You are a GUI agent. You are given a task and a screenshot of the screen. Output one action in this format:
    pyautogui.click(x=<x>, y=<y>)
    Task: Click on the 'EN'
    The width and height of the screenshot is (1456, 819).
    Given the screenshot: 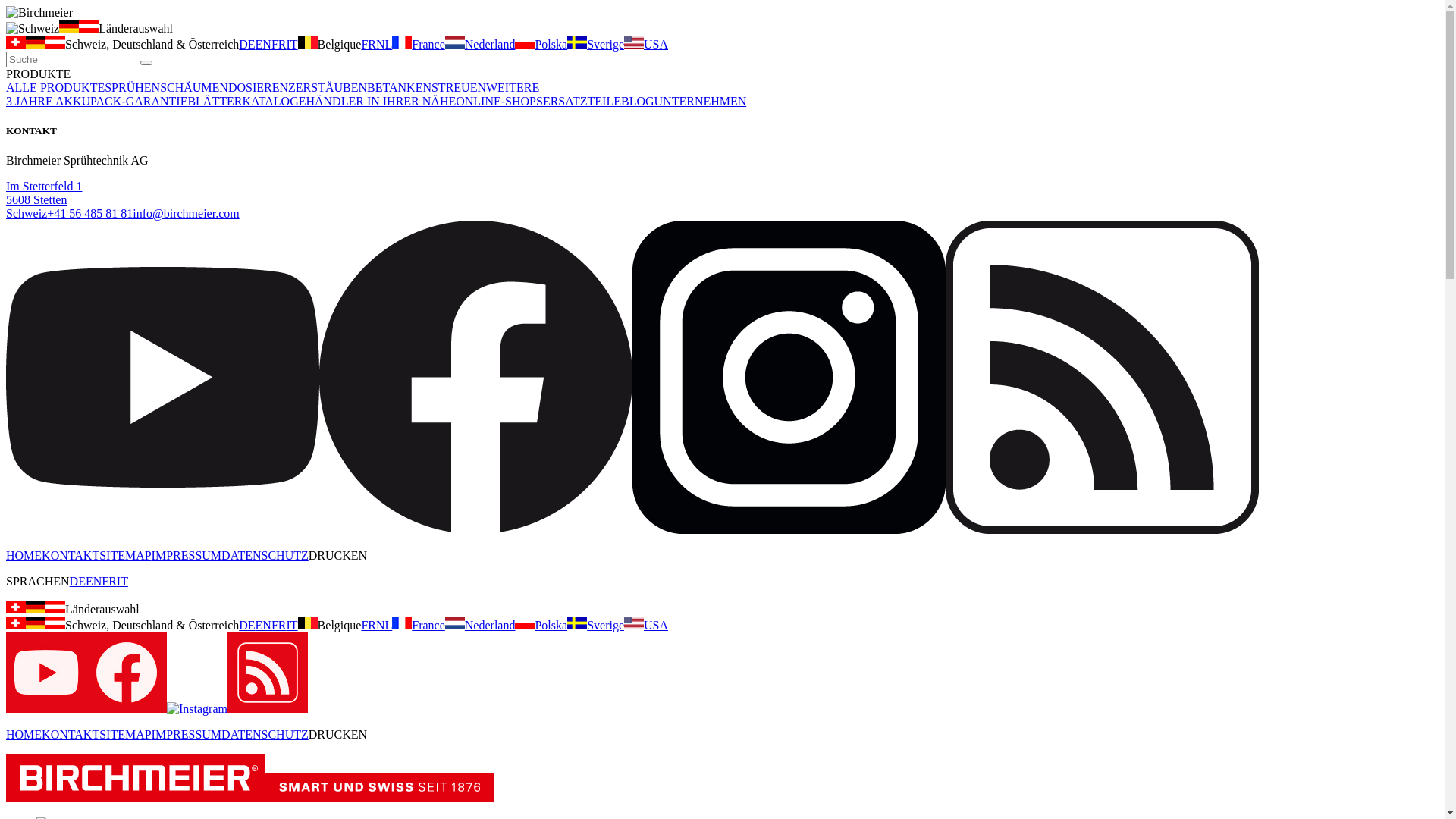 What is the action you would take?
    pyautogui.click(x=263, y=625)
    